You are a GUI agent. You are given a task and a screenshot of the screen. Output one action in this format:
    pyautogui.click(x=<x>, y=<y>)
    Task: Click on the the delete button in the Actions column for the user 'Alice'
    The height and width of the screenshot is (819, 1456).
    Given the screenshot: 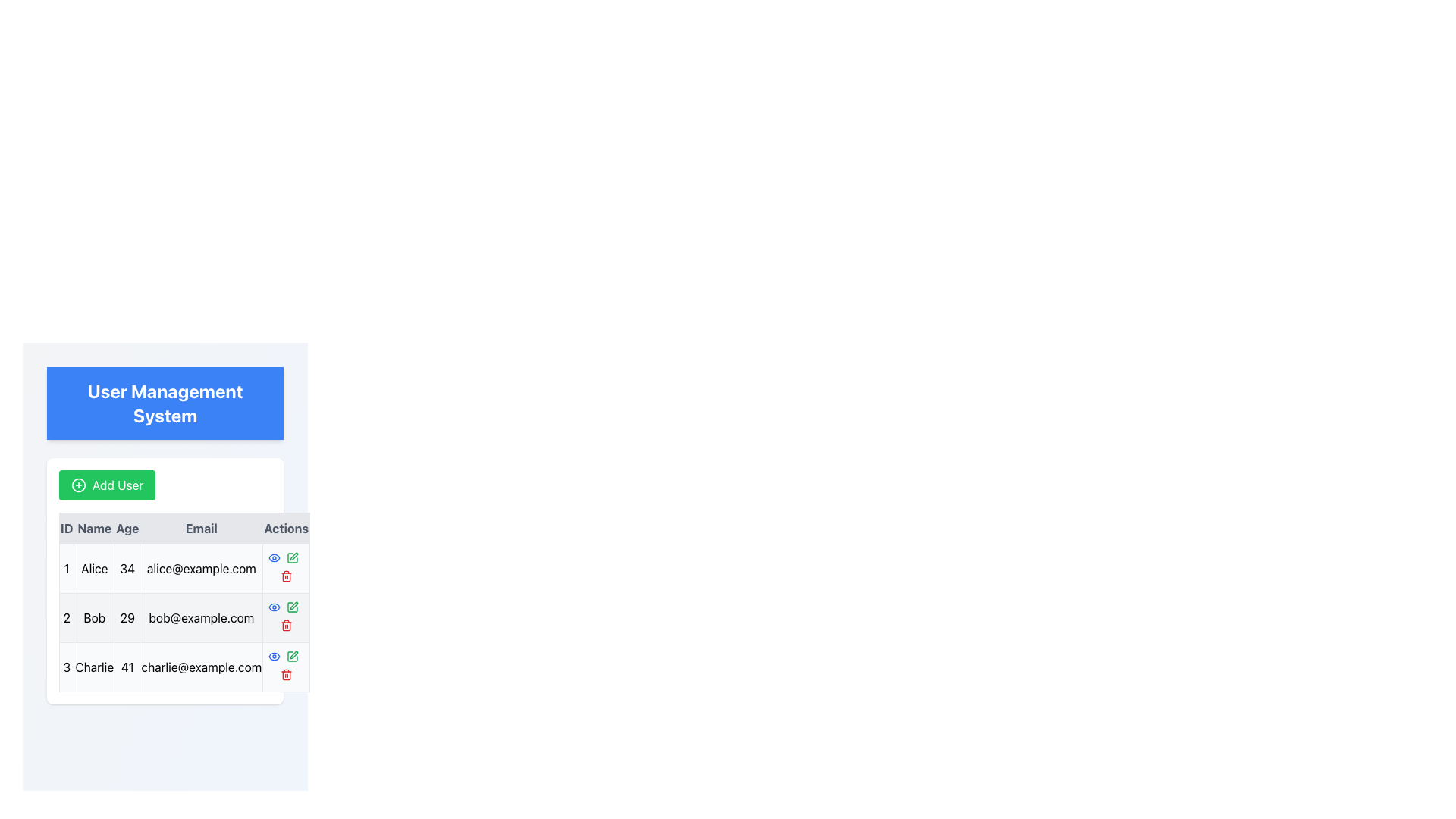 What is the action you would take?
    pyautogui.click(x=286, y=568)
    